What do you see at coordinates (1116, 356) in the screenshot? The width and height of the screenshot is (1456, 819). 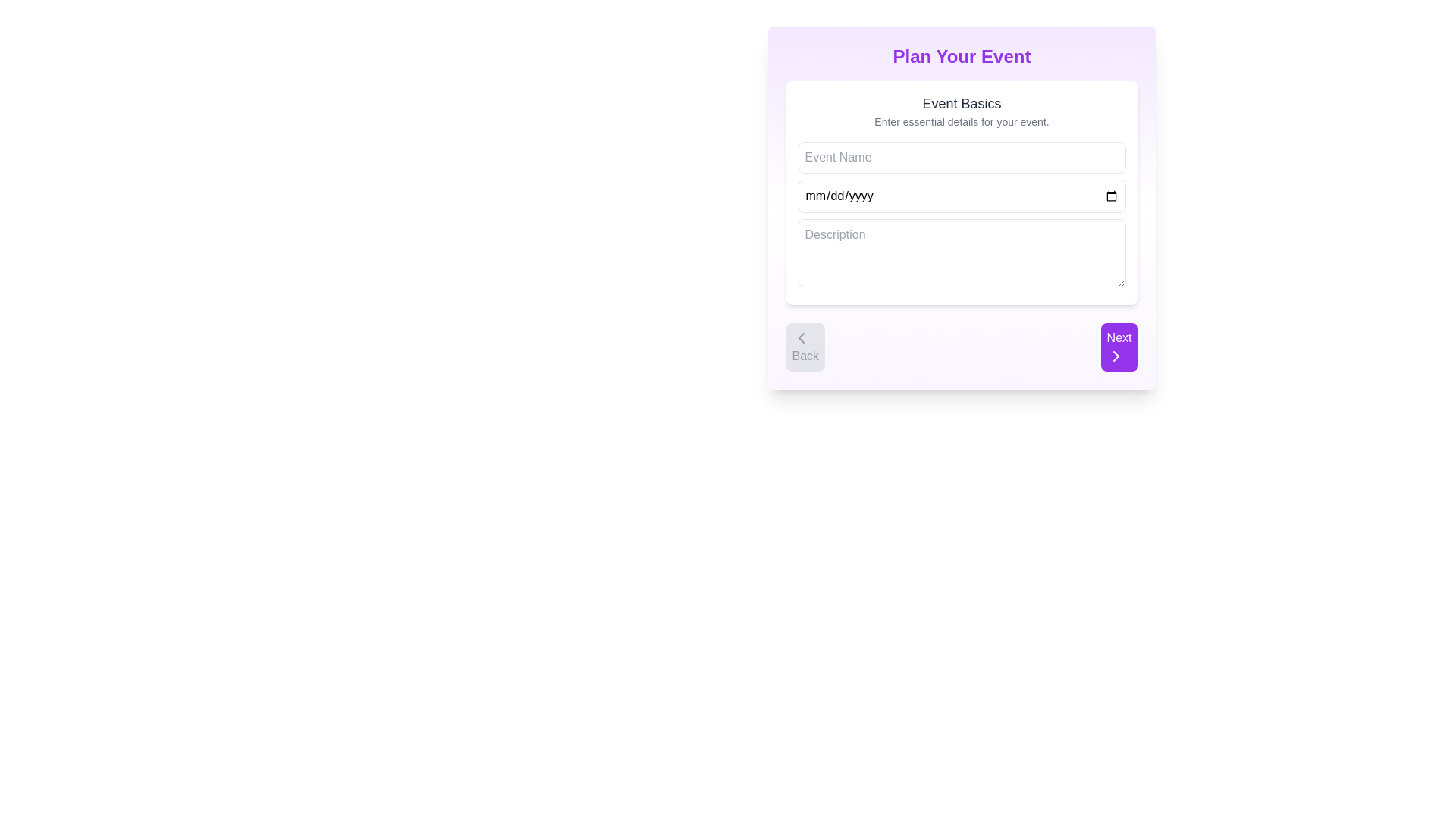 I see `the centered Chevron icon within the 'Next' button located in the lower-right corner of the form interface` at bounding box center [1116, 356].